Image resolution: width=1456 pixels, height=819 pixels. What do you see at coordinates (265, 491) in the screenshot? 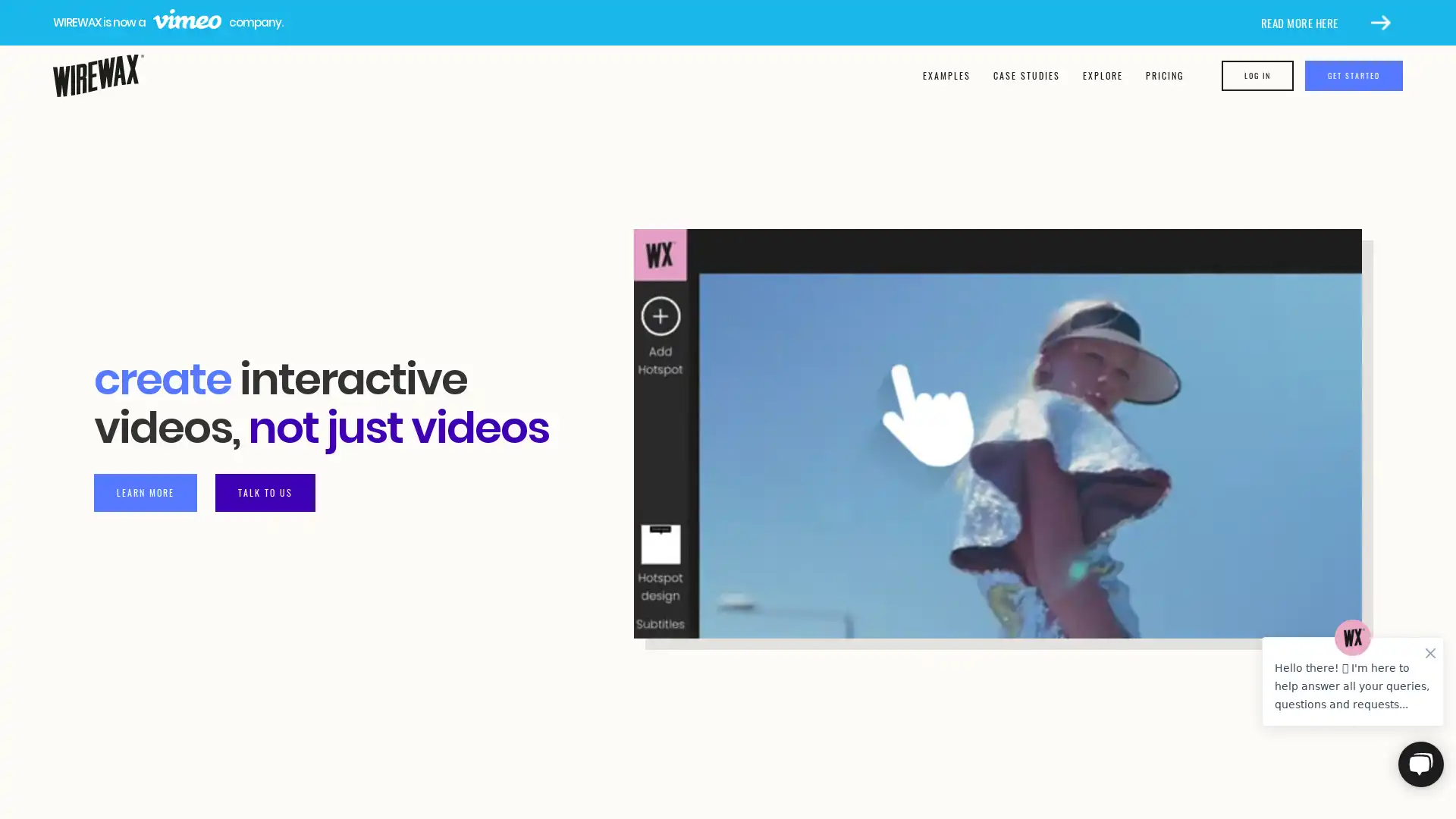
I see `TALK TO US` at bounding box center [265, 491].